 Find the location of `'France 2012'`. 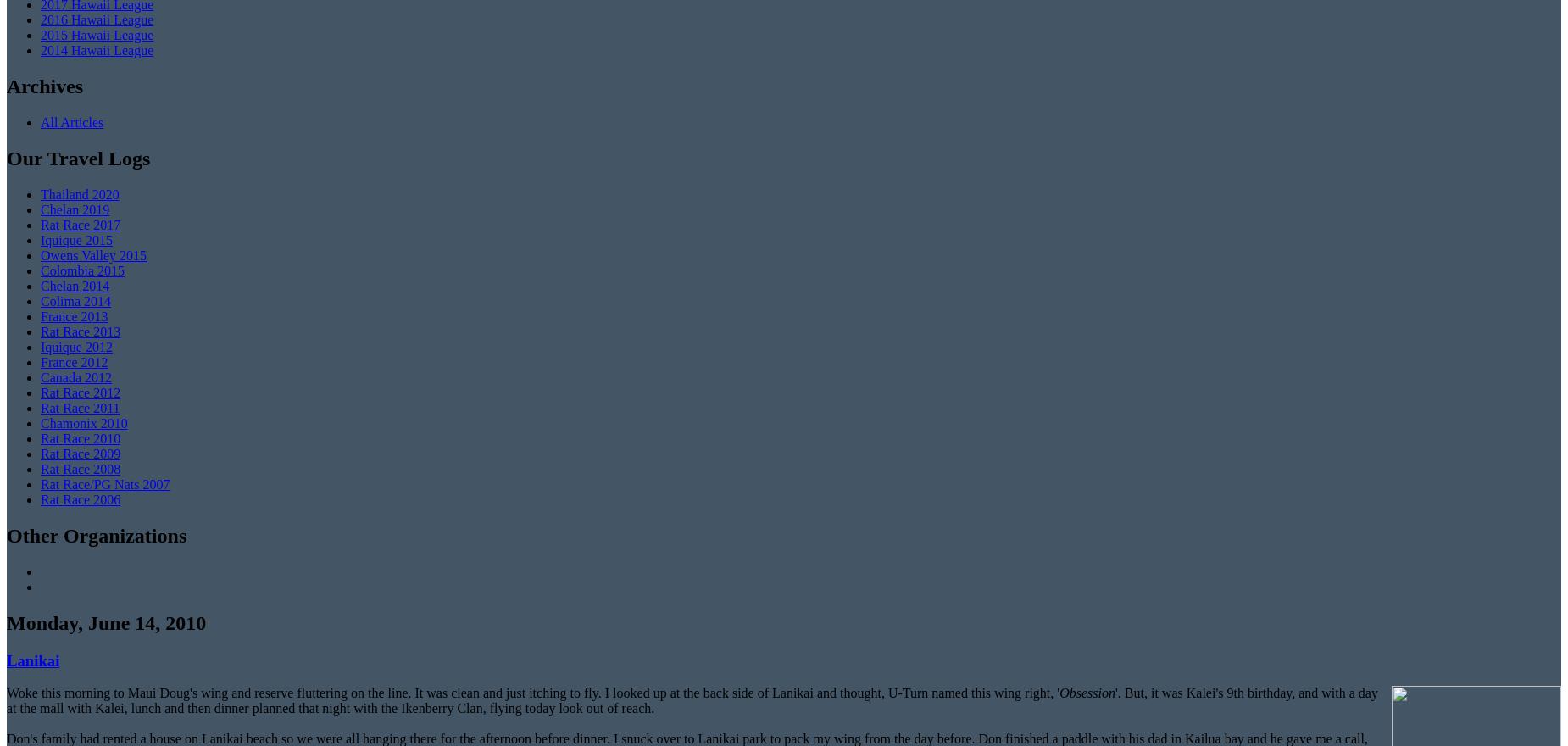

'France 2012' is located at coordinates (73, 362).